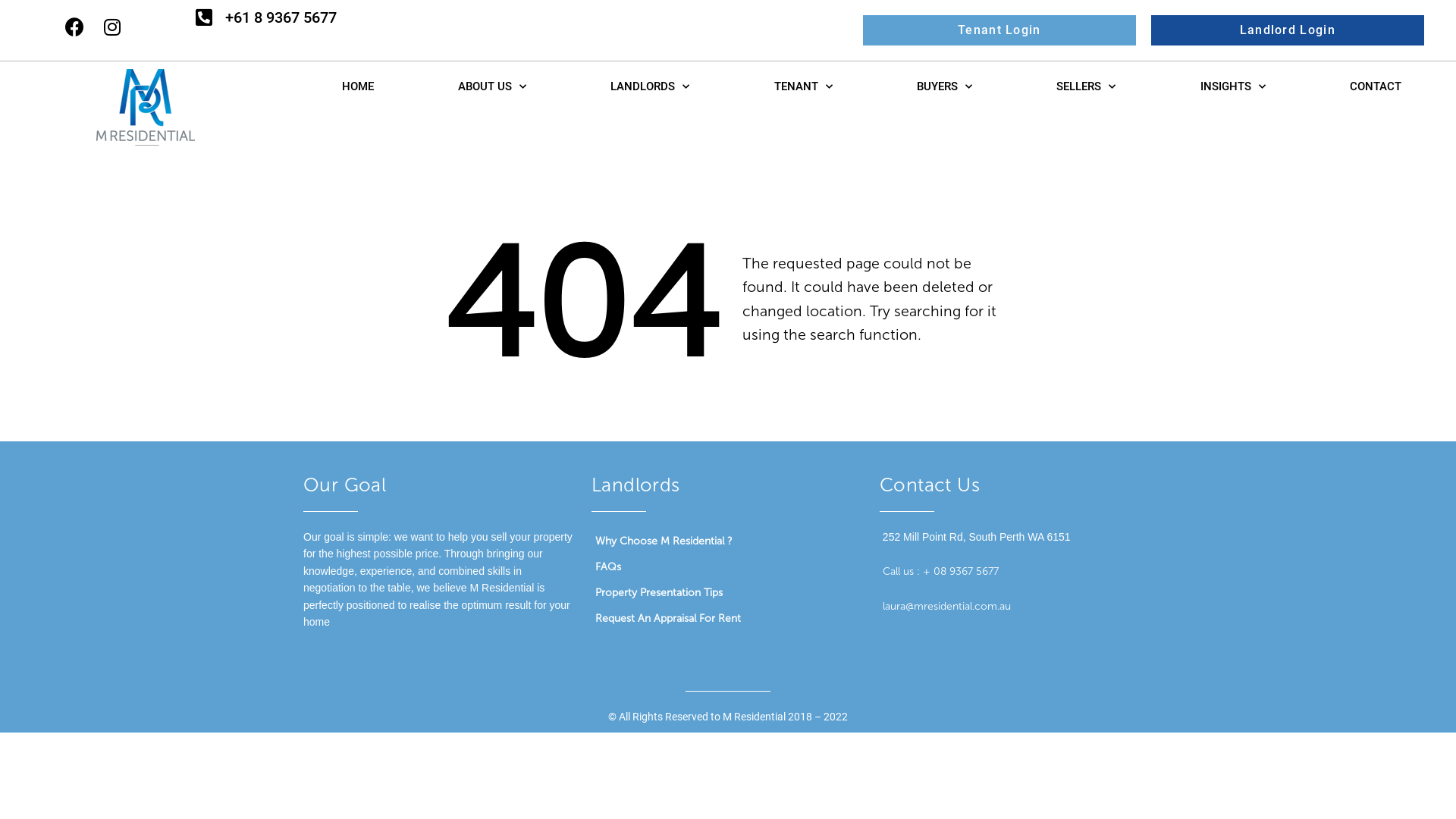 The height and width of the screenshot is (819, 1456). Describe the element at coordinates (1375, 86) in the screenshot. I see `'CONTACT'` at that location.